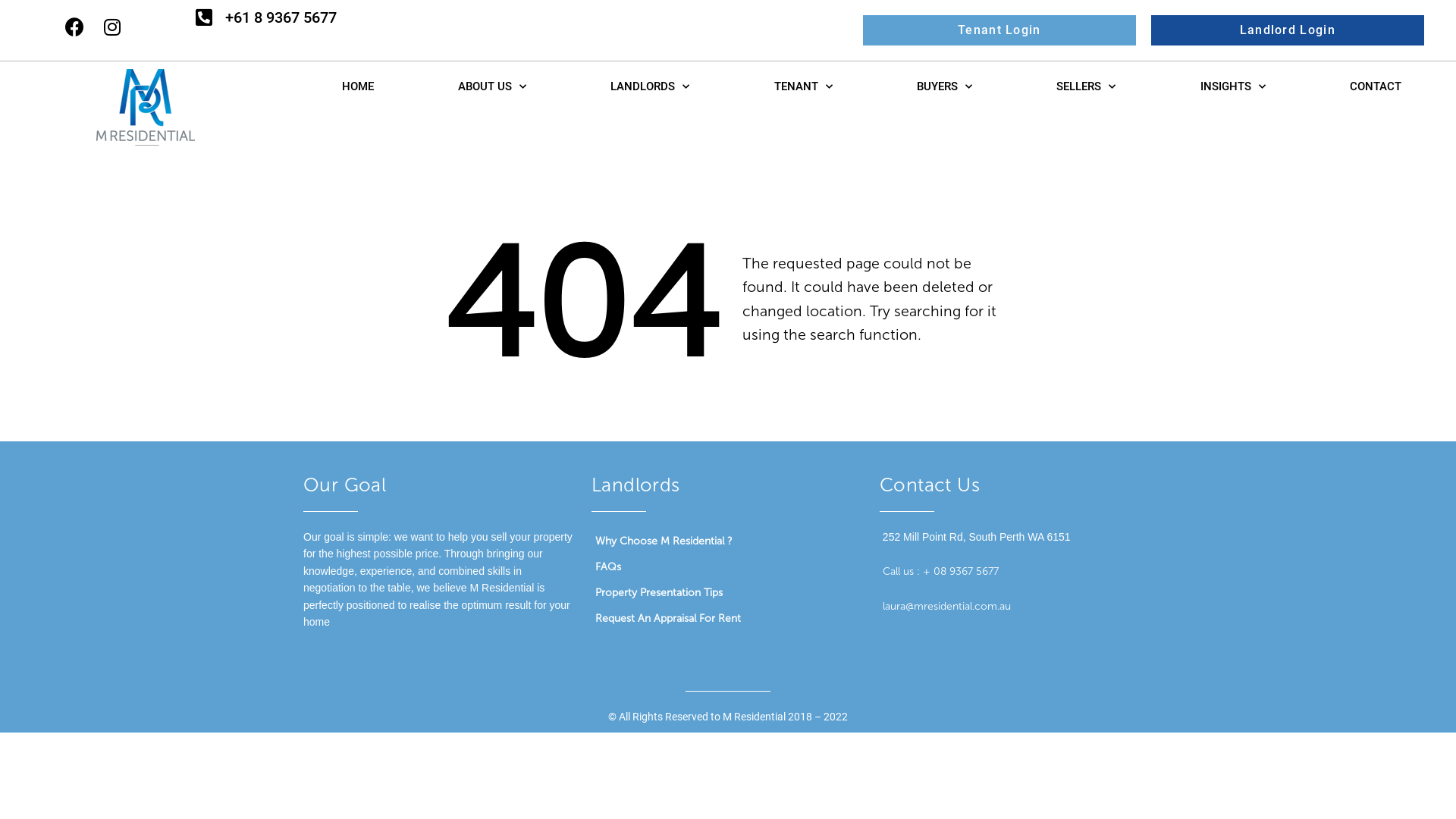 The height and width of the screenshot is (819, 1456). Describe the element at coordinates (1375, 86) in the screenshot. I see `'CONTACT'` at that location.